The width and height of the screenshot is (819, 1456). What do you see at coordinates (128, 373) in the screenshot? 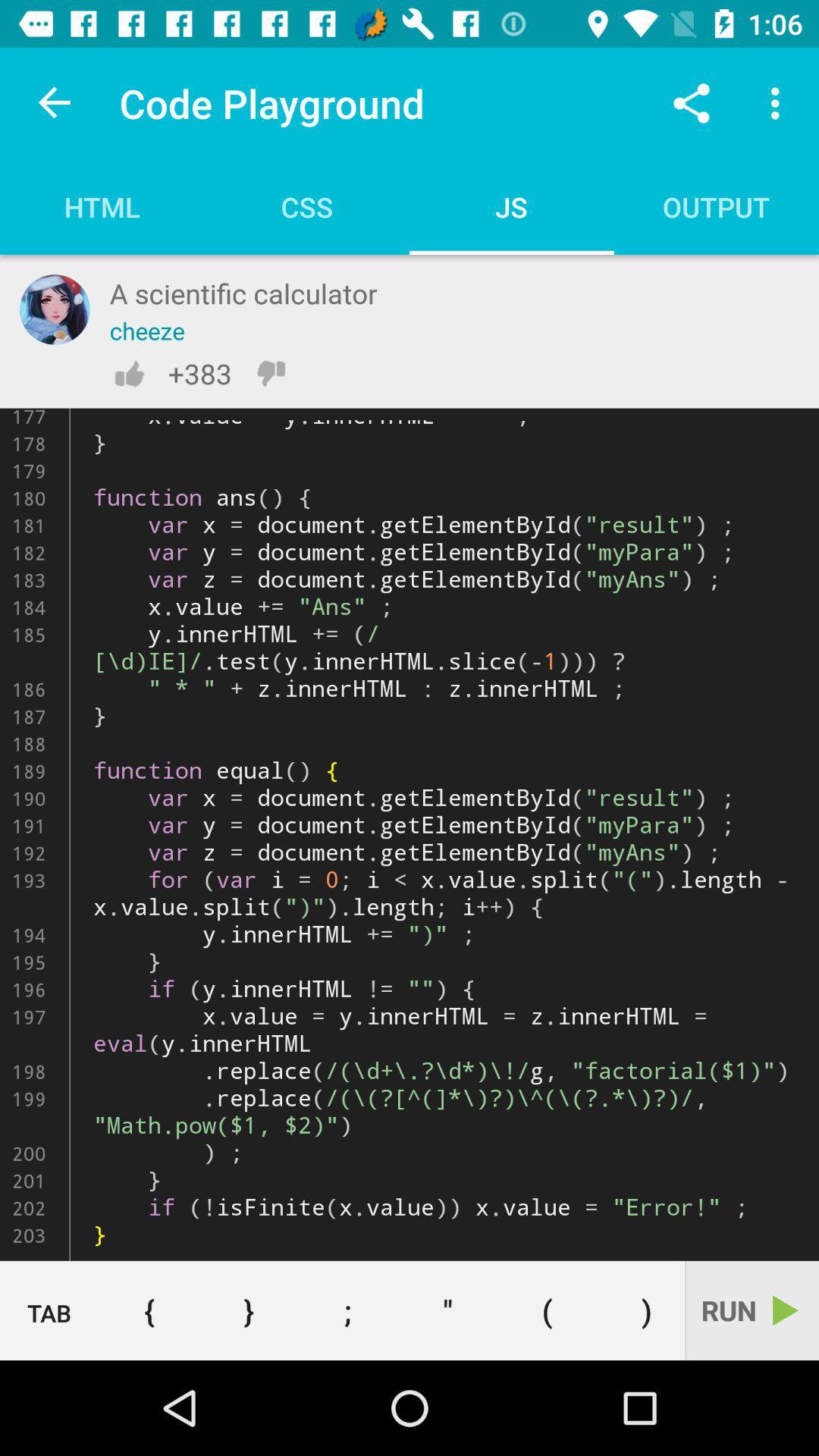
I see `like the coment` at bounding box center [128, 373].